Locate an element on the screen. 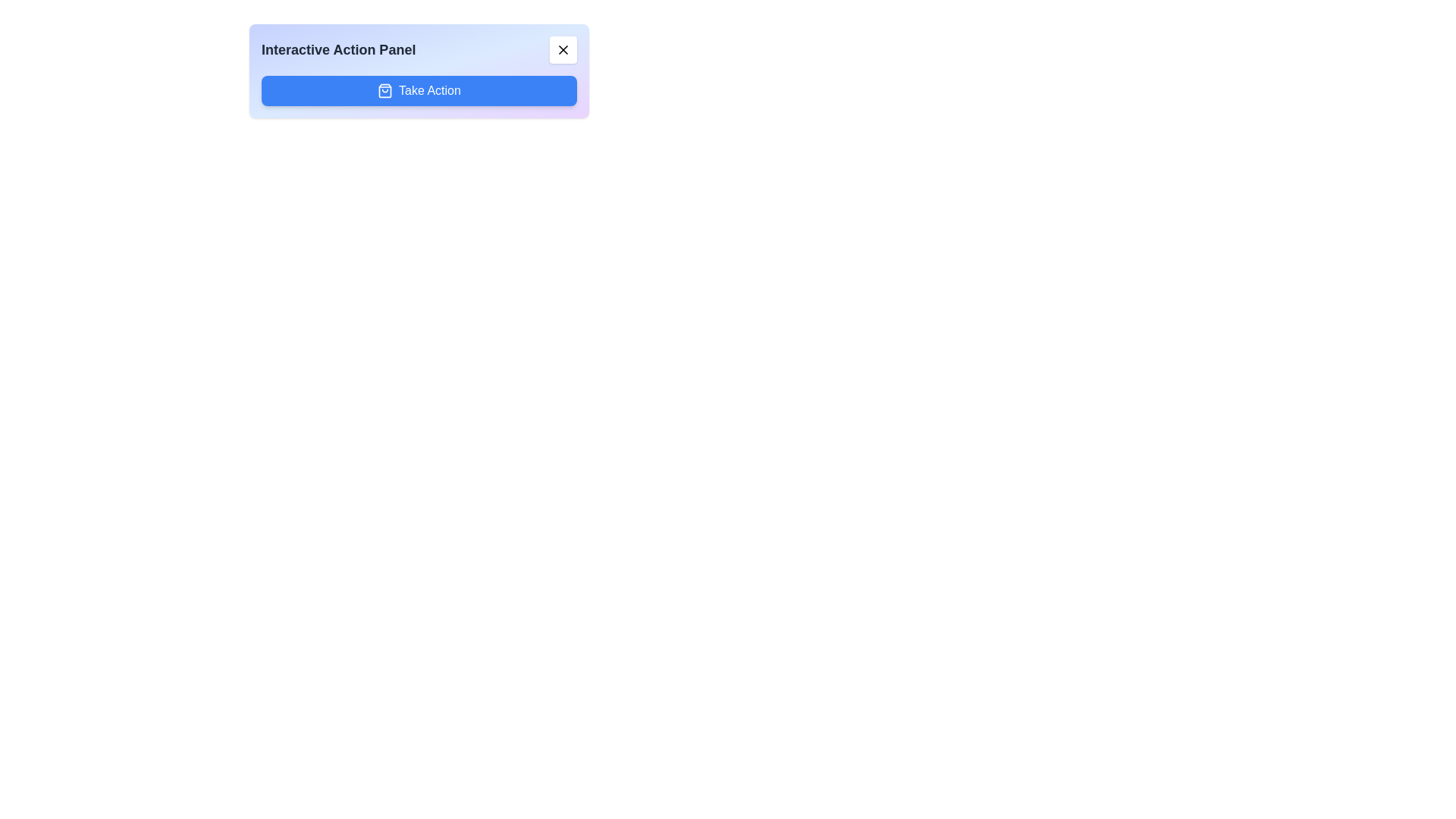 The image size is (1456, 819). the close button located at the upper-right corner of the 'Interactive Action Panel' is located at coordinates (563, 49).